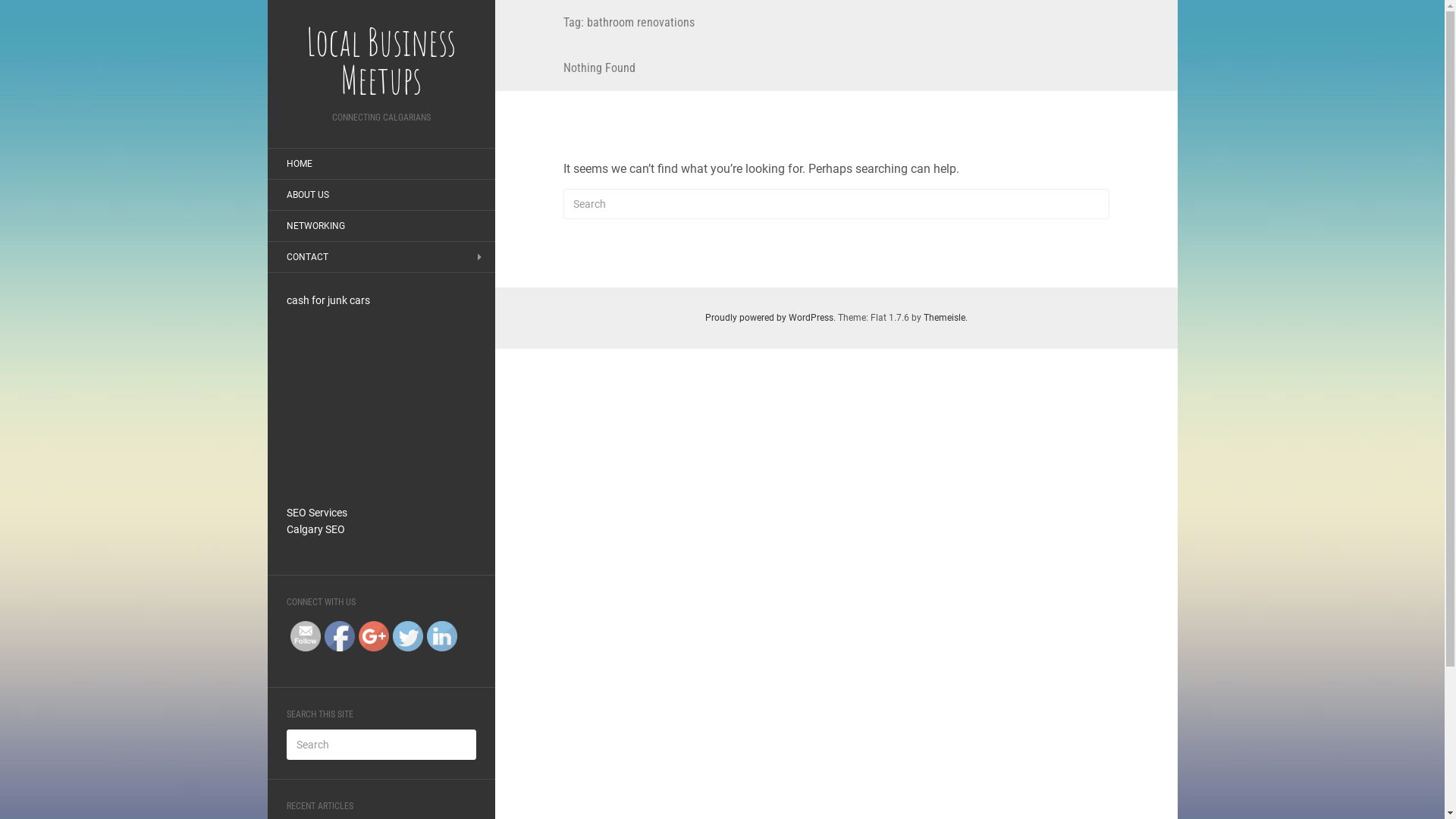 The width and height of the screenshot is (1456, 819). What do you see at coordinates (381, 60) in the screenshot?
I see `'Local Business Meetups'` at bounding box center [381, 60].